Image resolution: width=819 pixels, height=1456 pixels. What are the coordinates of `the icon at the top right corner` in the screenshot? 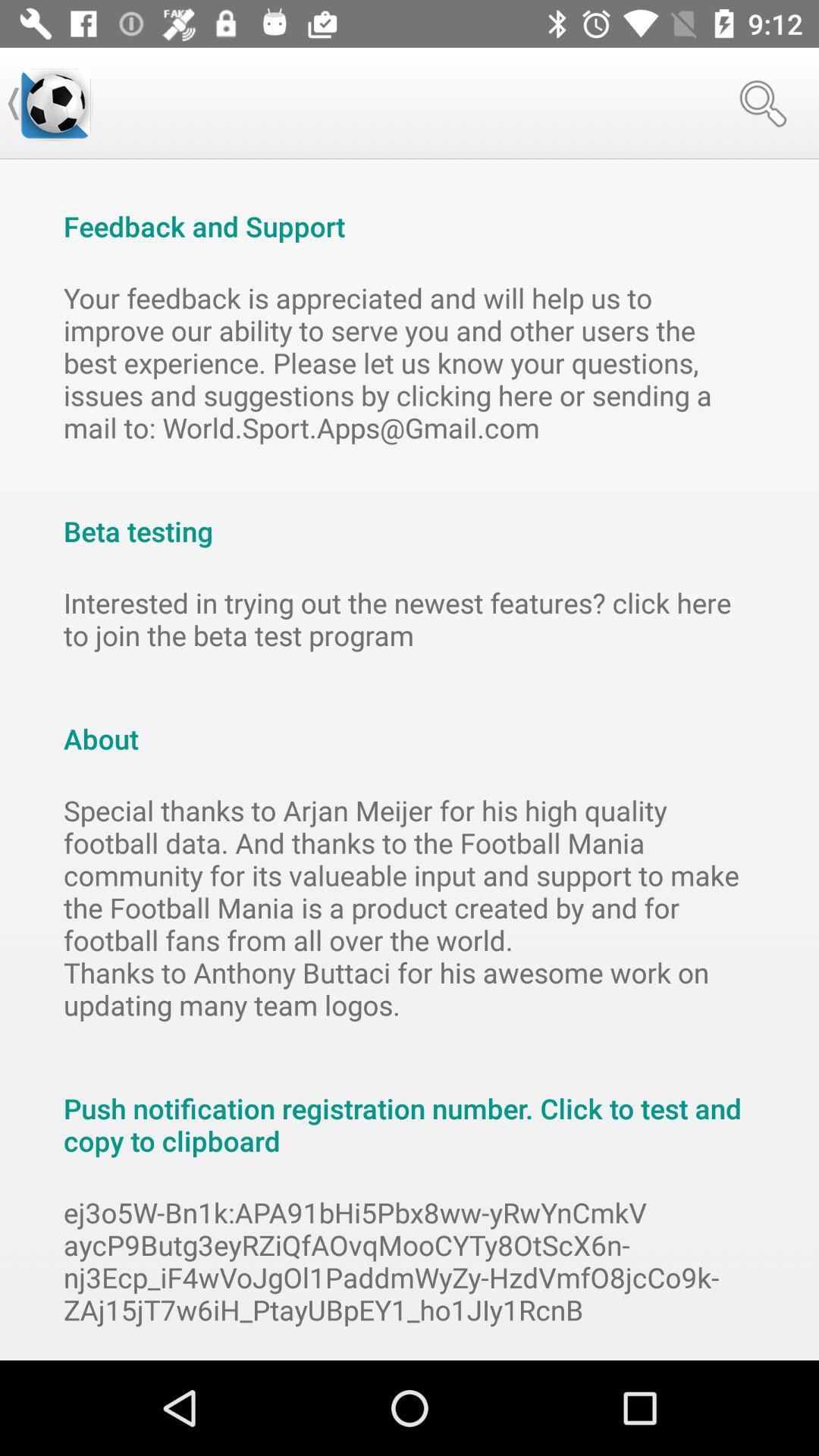 It's located at (763, 102).